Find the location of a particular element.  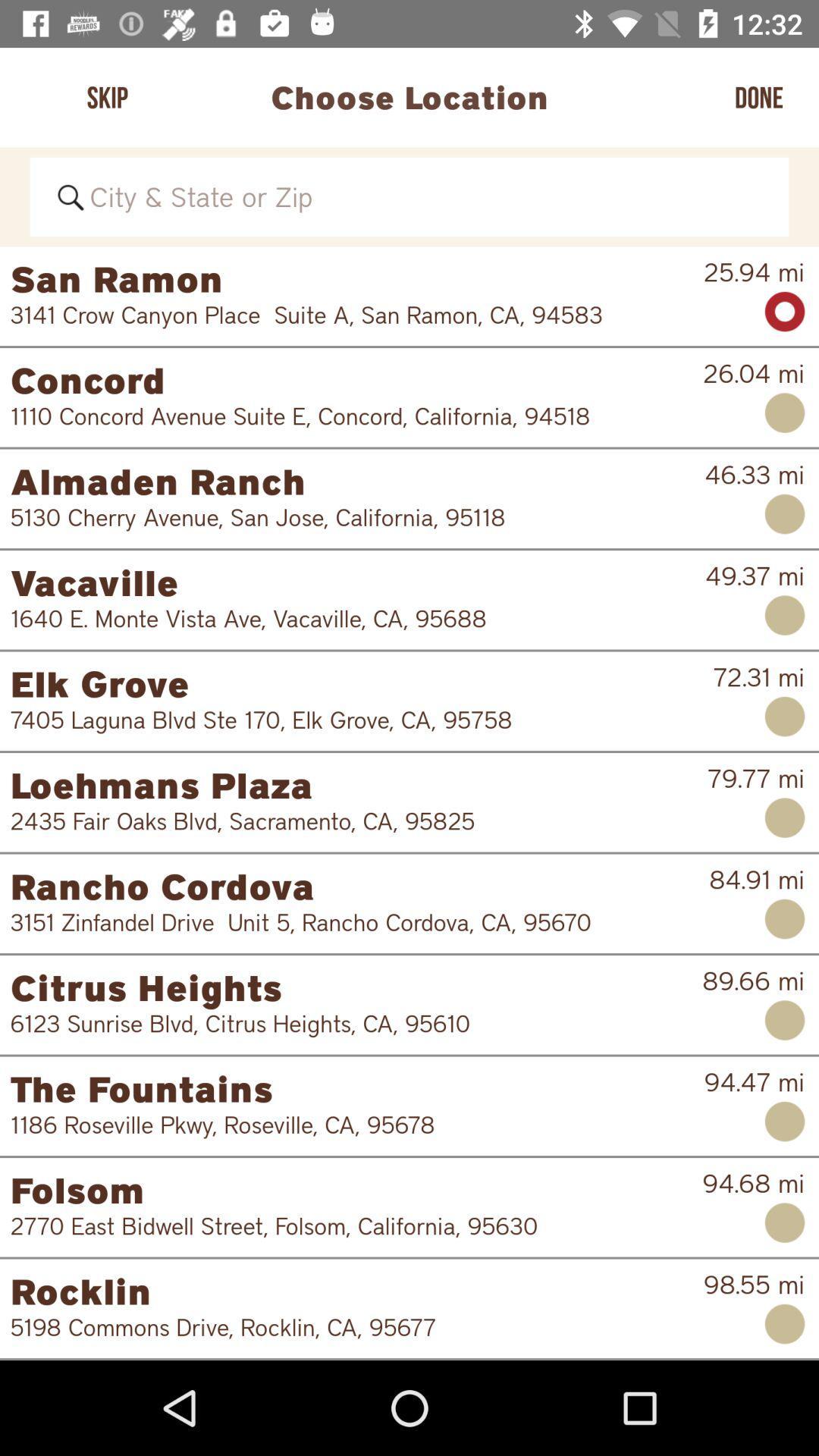

item to the left of 89.66 mi icon is located at coordinates (346, 1023).